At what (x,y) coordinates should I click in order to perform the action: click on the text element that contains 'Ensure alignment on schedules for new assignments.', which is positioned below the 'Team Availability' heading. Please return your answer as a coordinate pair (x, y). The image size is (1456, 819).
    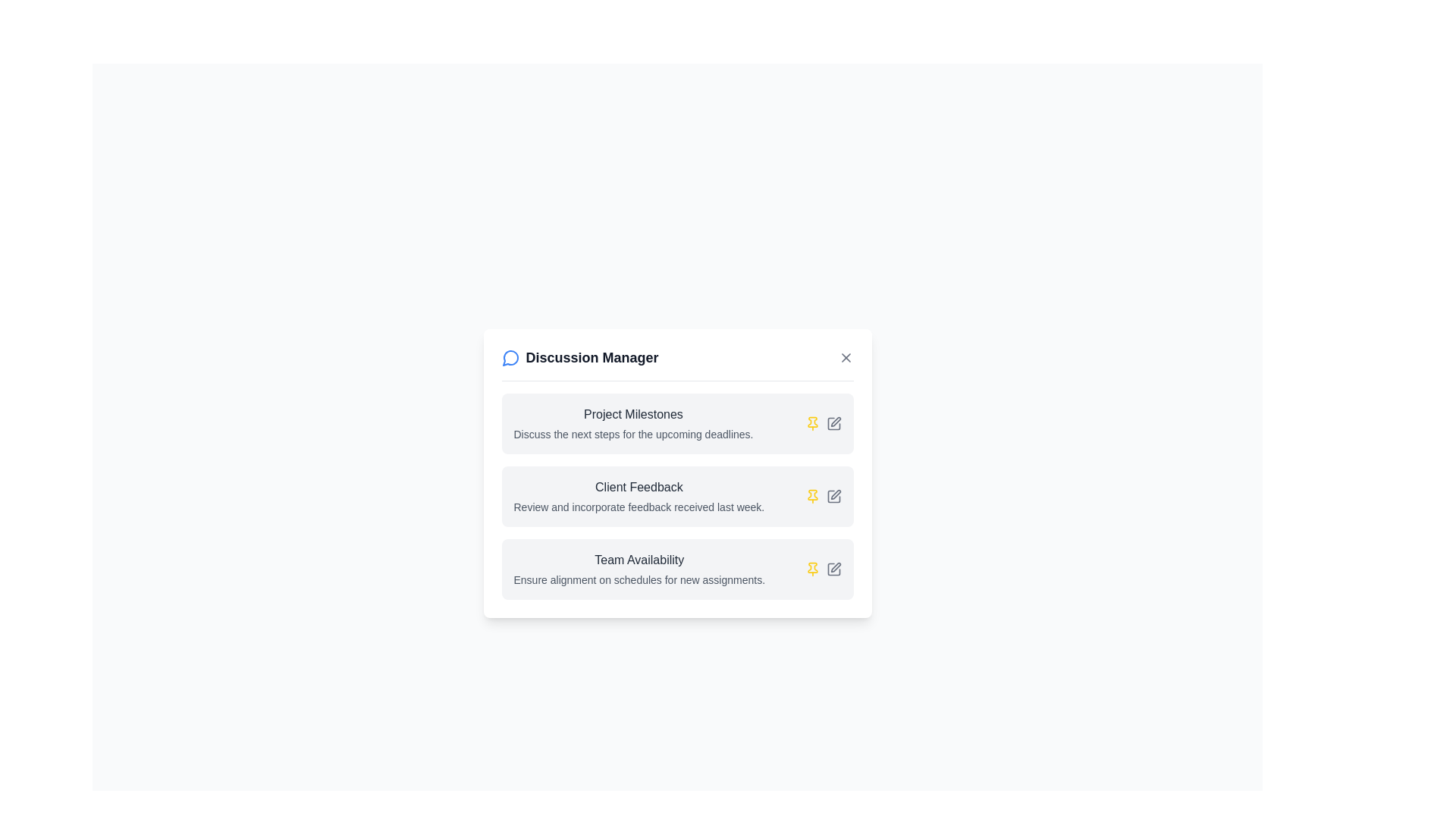
    Looking at the image, I should click on (639, 579).